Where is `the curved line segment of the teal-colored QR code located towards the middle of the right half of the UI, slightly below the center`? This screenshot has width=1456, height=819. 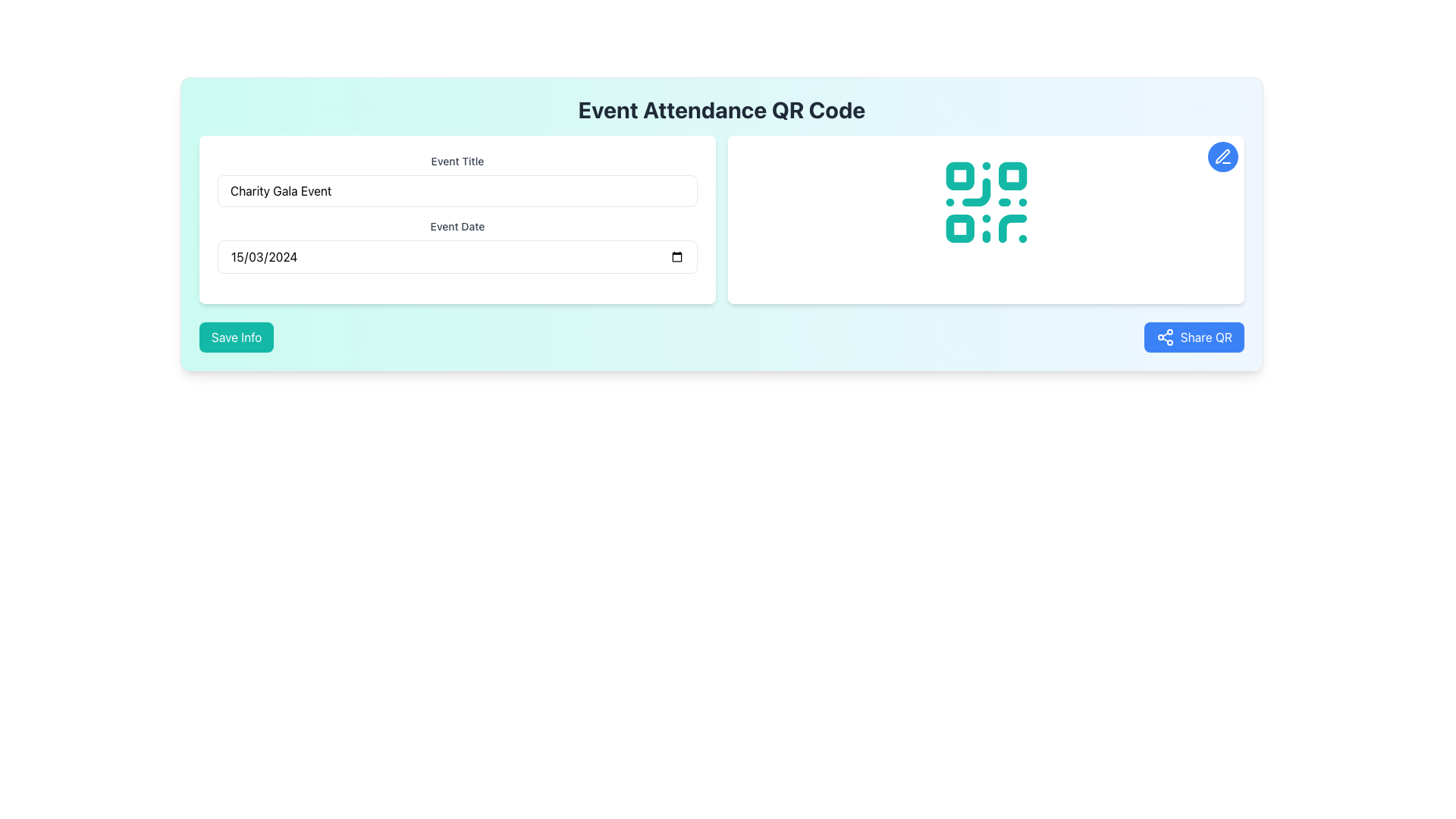
the curved line segment of the teal-colored QR code located towards the middle of the right half of the UI, slightly below the center is located at coordinates (976, 191).